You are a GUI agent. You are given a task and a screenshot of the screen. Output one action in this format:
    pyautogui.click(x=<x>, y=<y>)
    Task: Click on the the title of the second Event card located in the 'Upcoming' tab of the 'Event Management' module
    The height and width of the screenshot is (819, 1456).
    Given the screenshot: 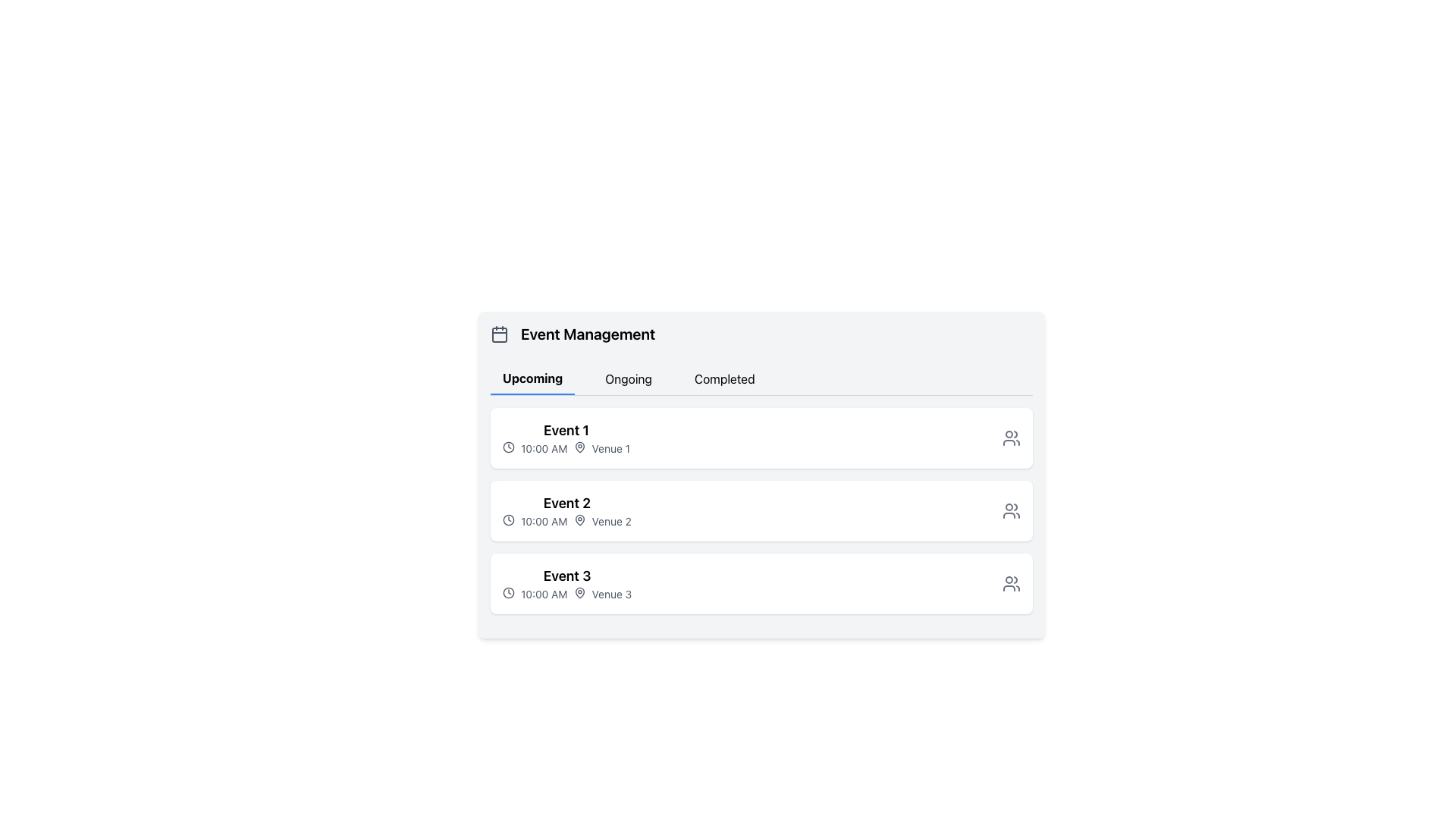 What is the action you would take?
    pyautogui.click(x=566, y=511)
    